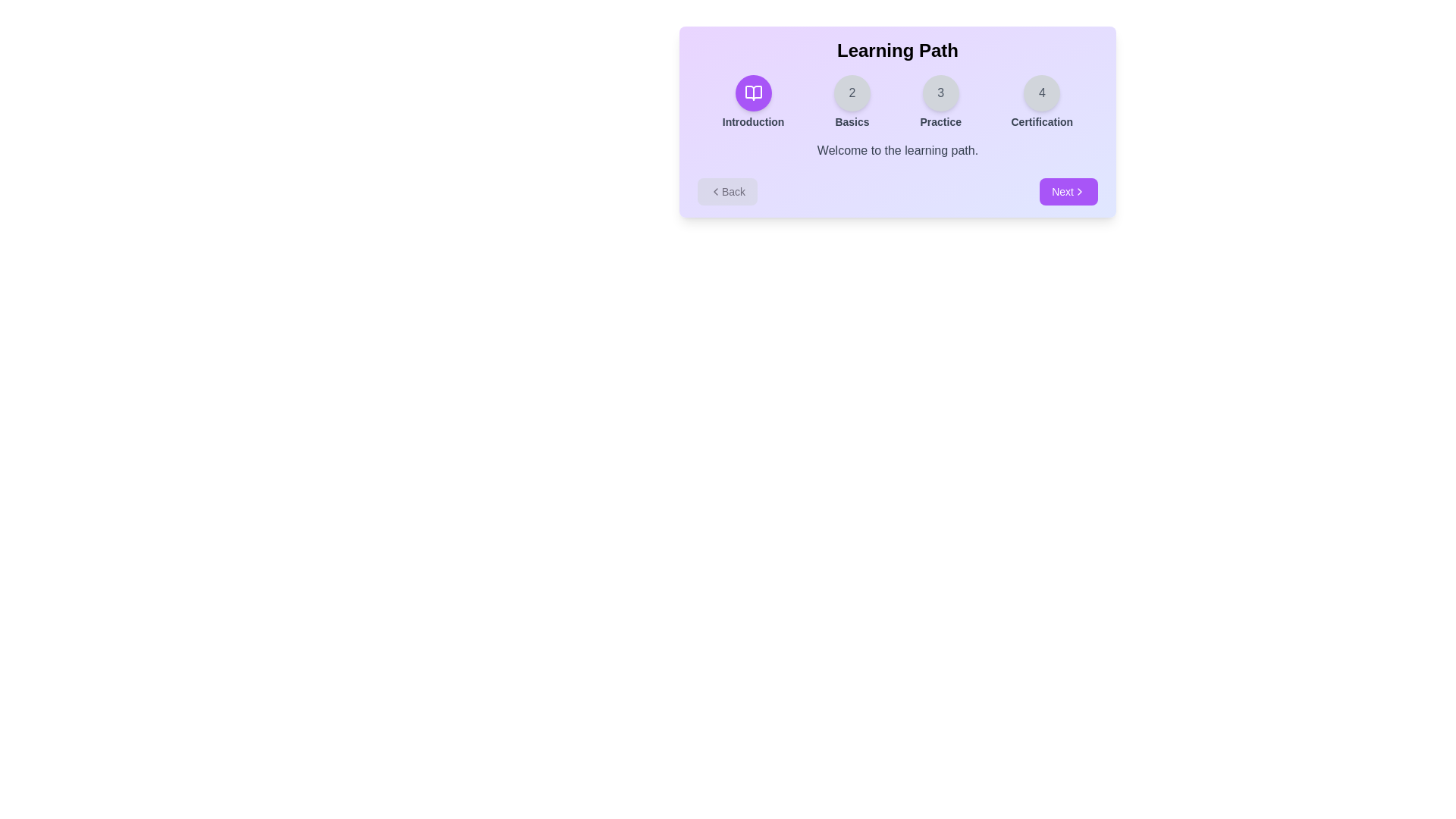 The width and height of the screenshot is (1456, 819). What do you see at coordinates (1068, 191) in the screenshot?
I see `the 'Next' button to navigate to the next step` at bounding box center [1068, 191].